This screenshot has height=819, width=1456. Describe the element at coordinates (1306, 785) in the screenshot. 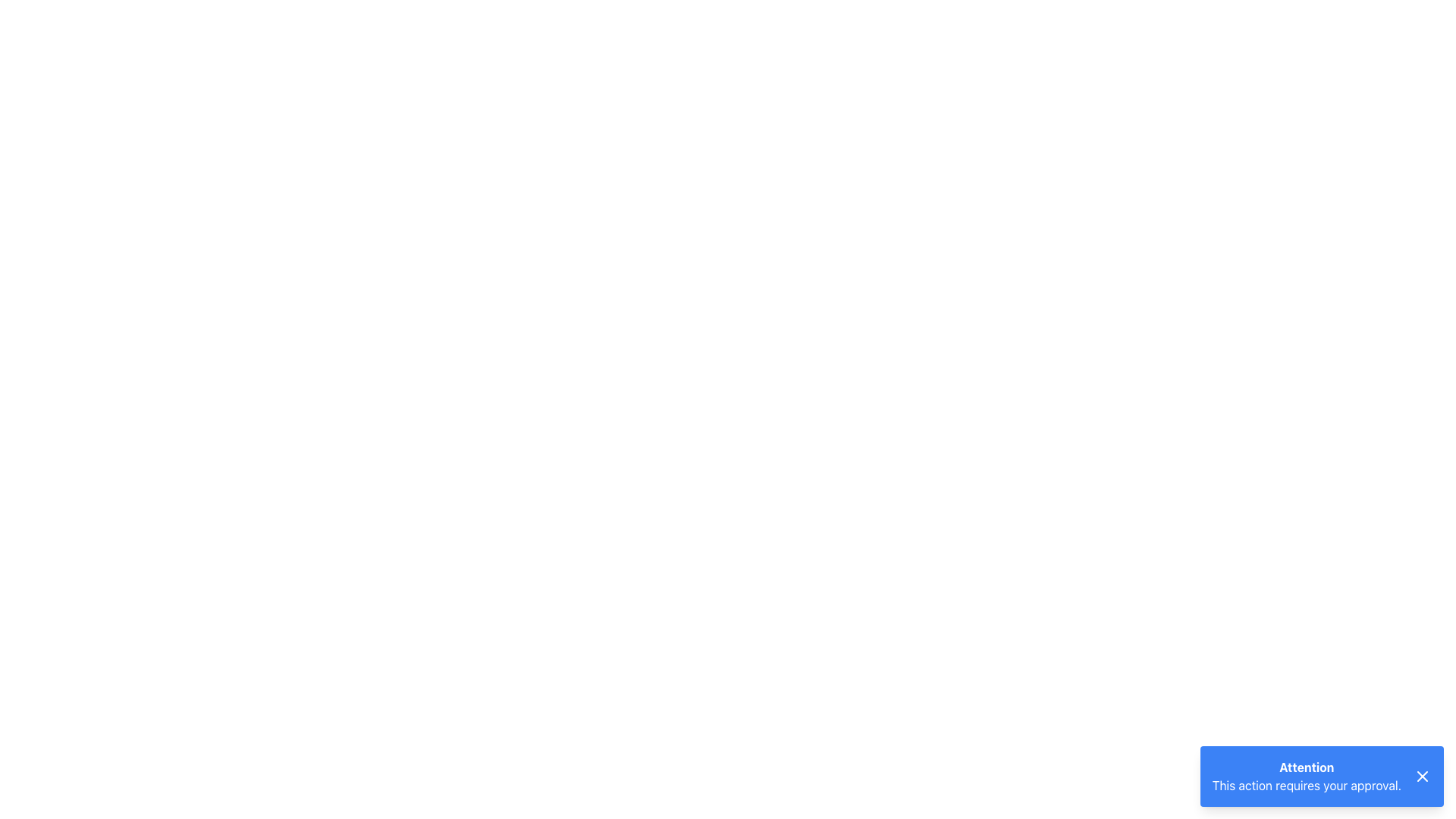

I see `the static text label that reads 'This action requires your approval.' within the blue notification box at the bottom-right of the interface` at that location.